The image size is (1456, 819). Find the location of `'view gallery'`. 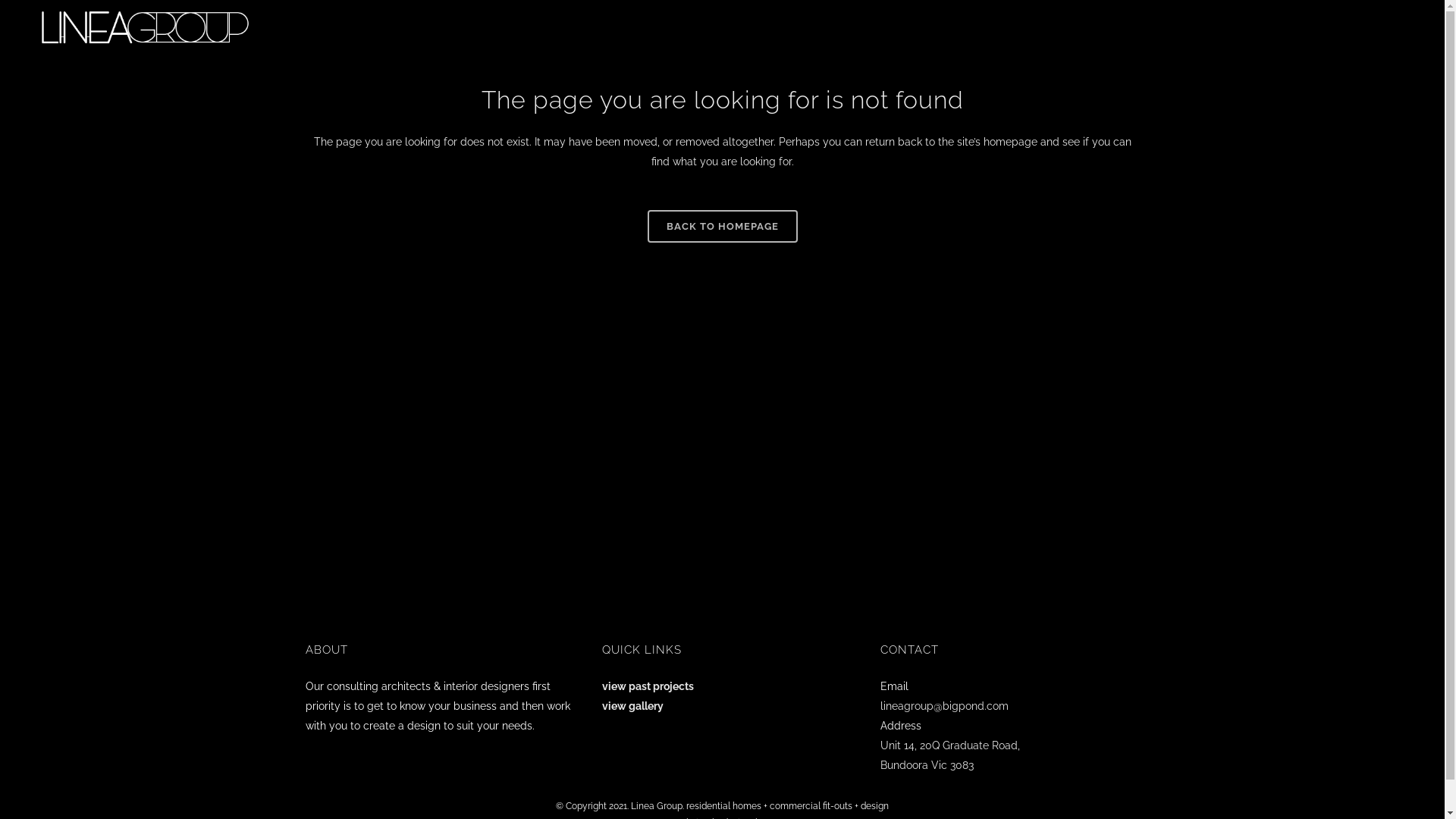

'view gallery' is located at coordinates (632, 705).